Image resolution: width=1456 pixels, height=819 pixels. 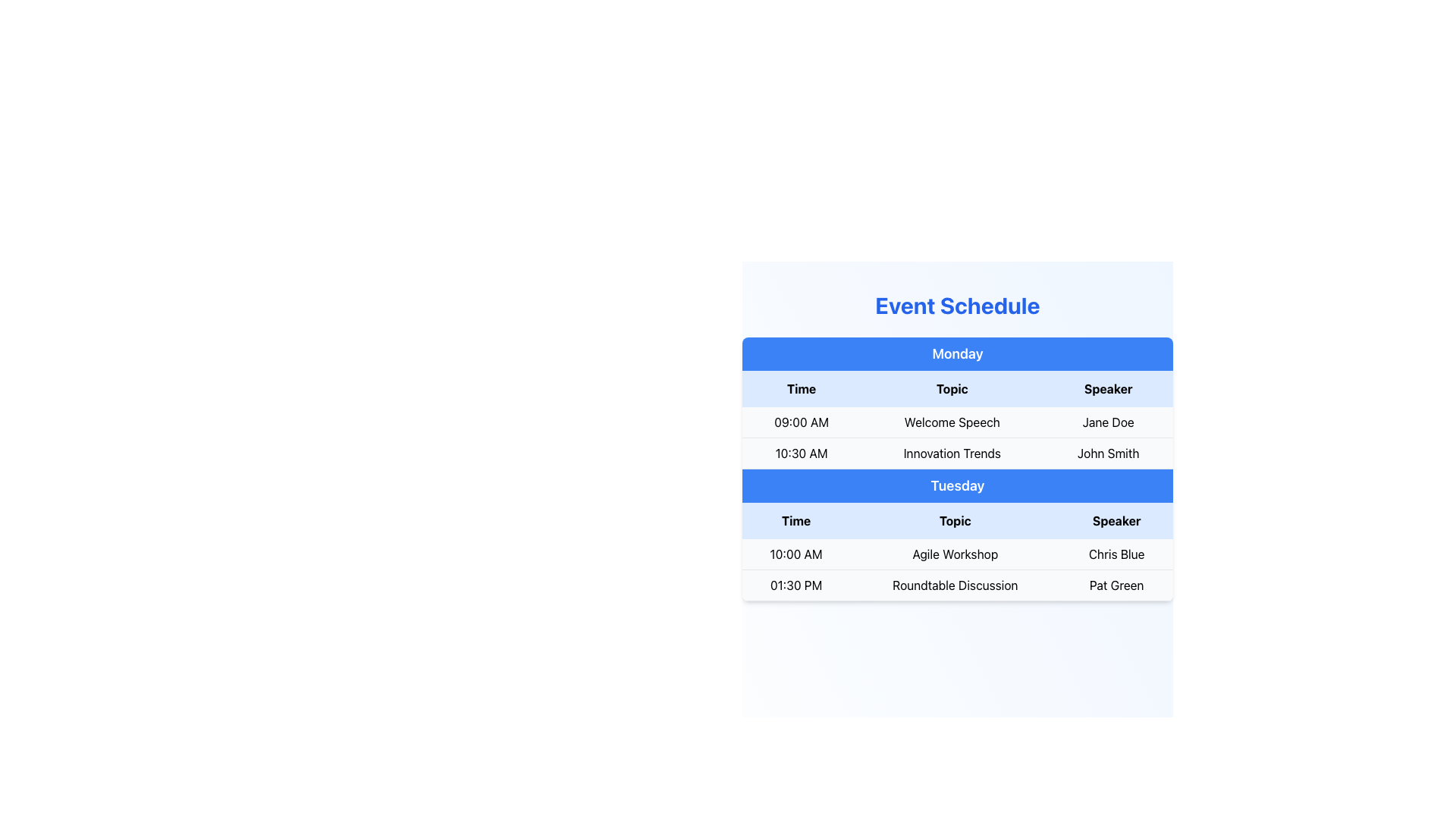 What do you see at coordinates (951, 422) in the screenshot?
I see `text label 'Welcome Speech' located in the 'Topic' column of the schedule table for Monday` at bounding box center [951, 422].